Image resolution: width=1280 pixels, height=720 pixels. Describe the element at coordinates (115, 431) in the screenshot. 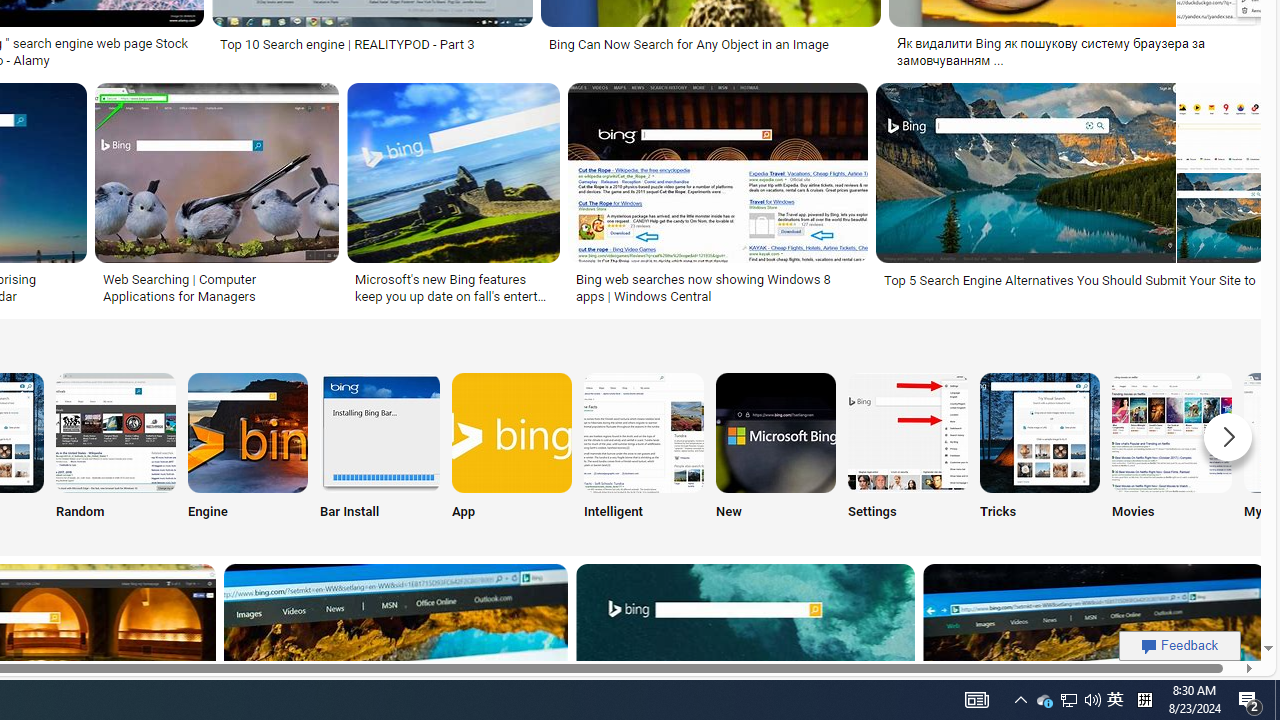

I see `'Bing Random Search'` at that location.